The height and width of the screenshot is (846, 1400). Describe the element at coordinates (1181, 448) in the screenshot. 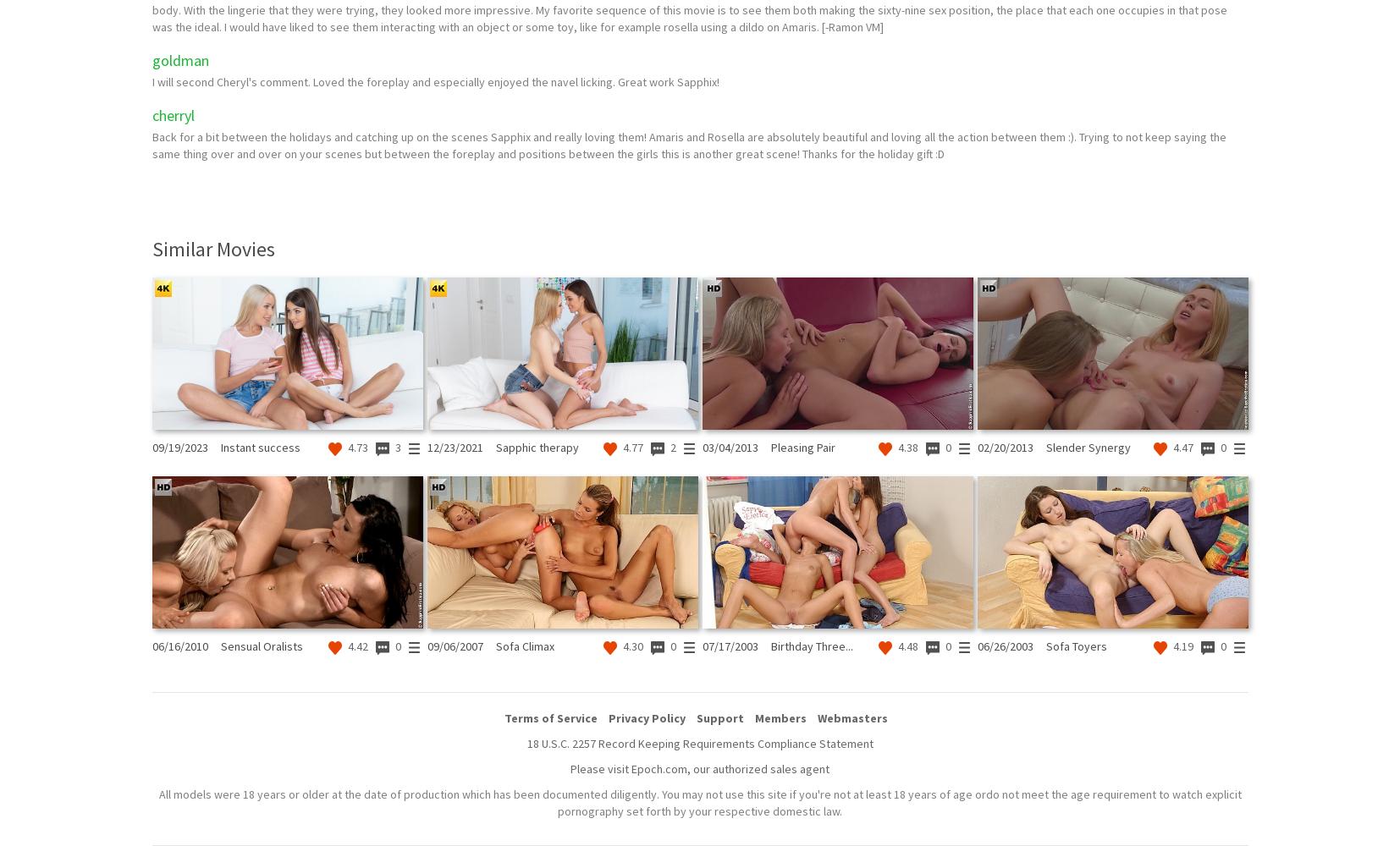

I see `'4.47'` at that location.